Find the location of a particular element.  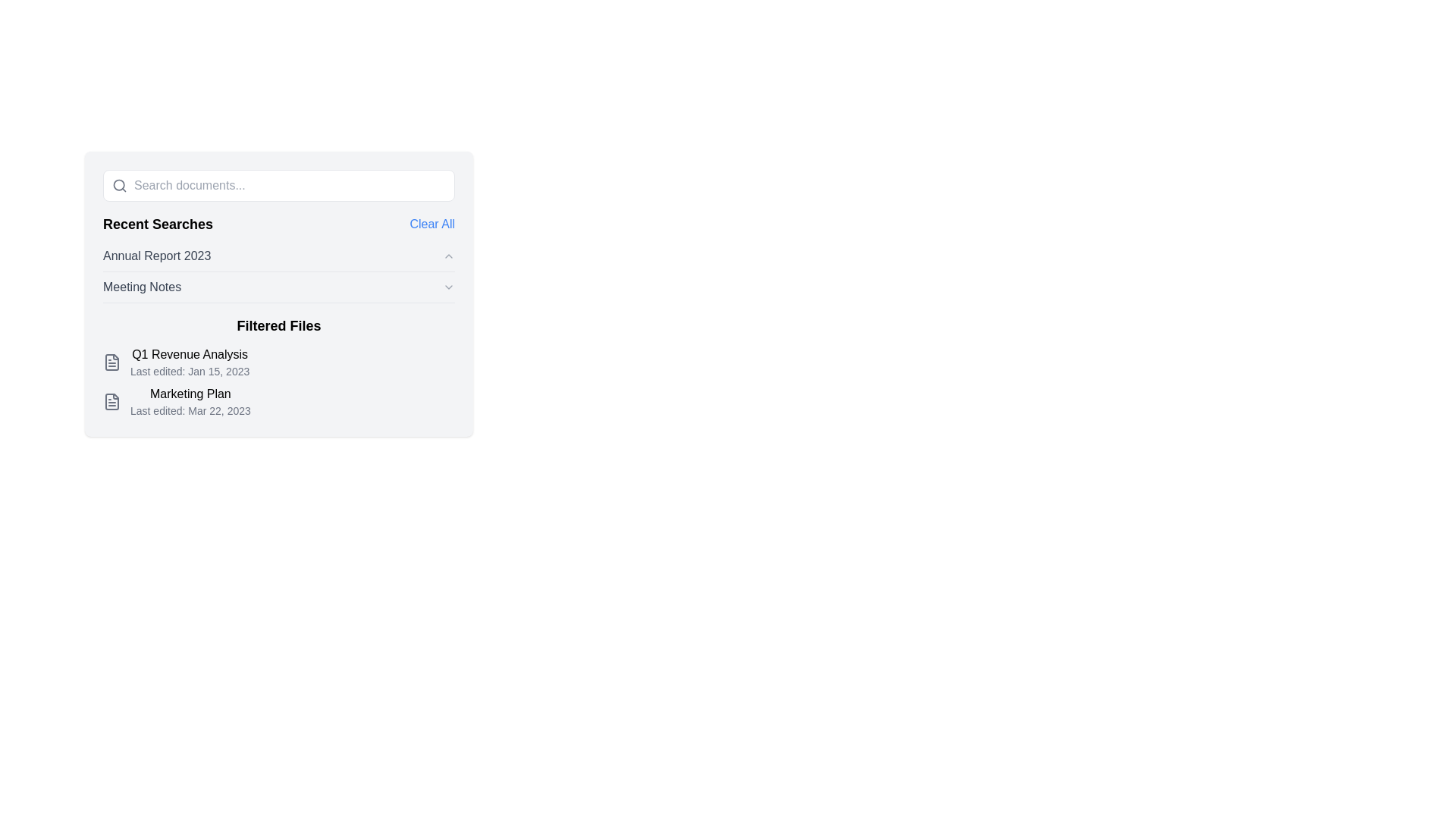

the metadata of the 'Marketing Plan' entry in the 'Filtered Files' section is located at coordinates (190, 400).